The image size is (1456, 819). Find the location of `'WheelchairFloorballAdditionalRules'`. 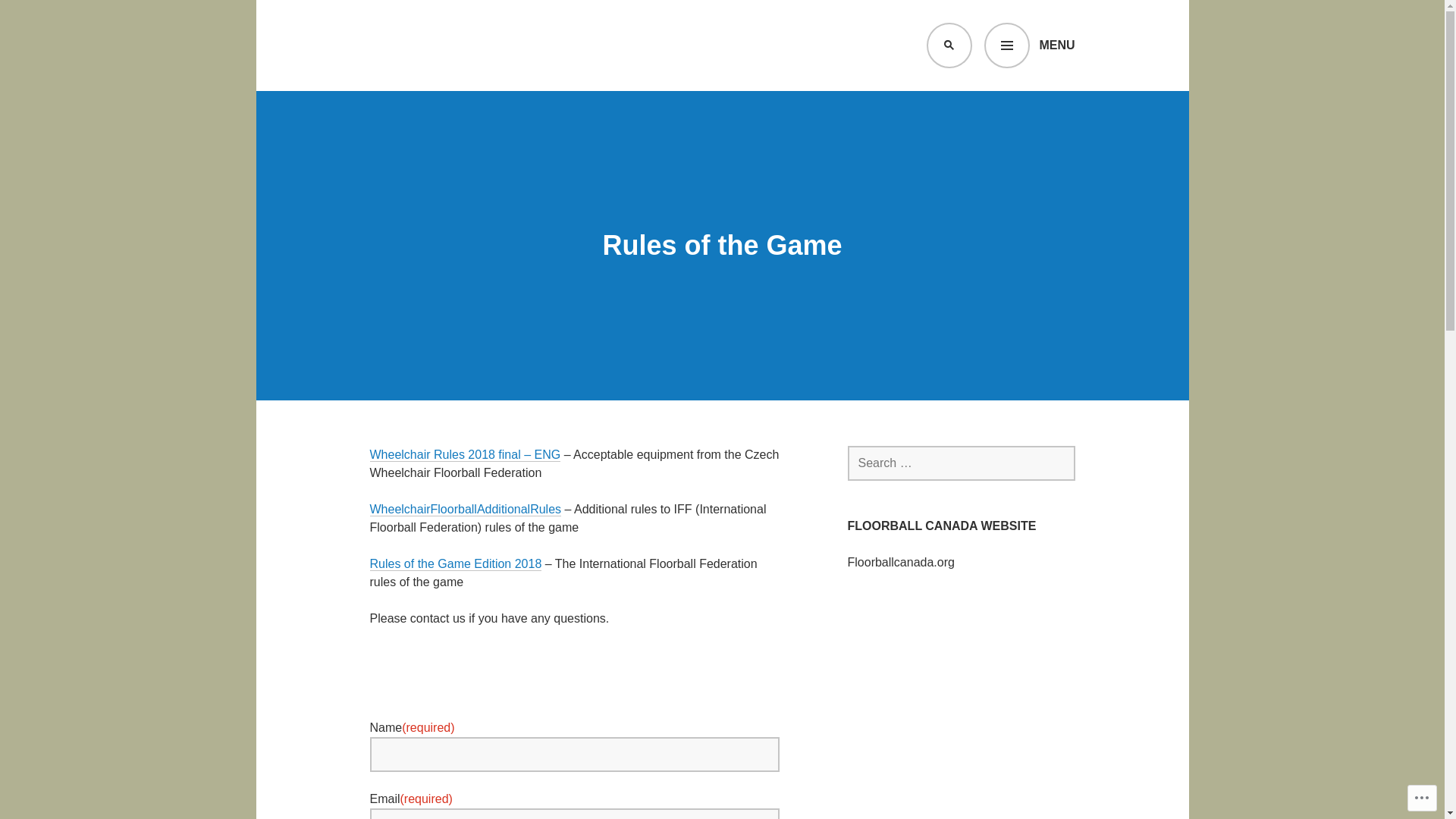

'WheelchairFloorballAdditionalRules' is located at coordinates (465, 509).